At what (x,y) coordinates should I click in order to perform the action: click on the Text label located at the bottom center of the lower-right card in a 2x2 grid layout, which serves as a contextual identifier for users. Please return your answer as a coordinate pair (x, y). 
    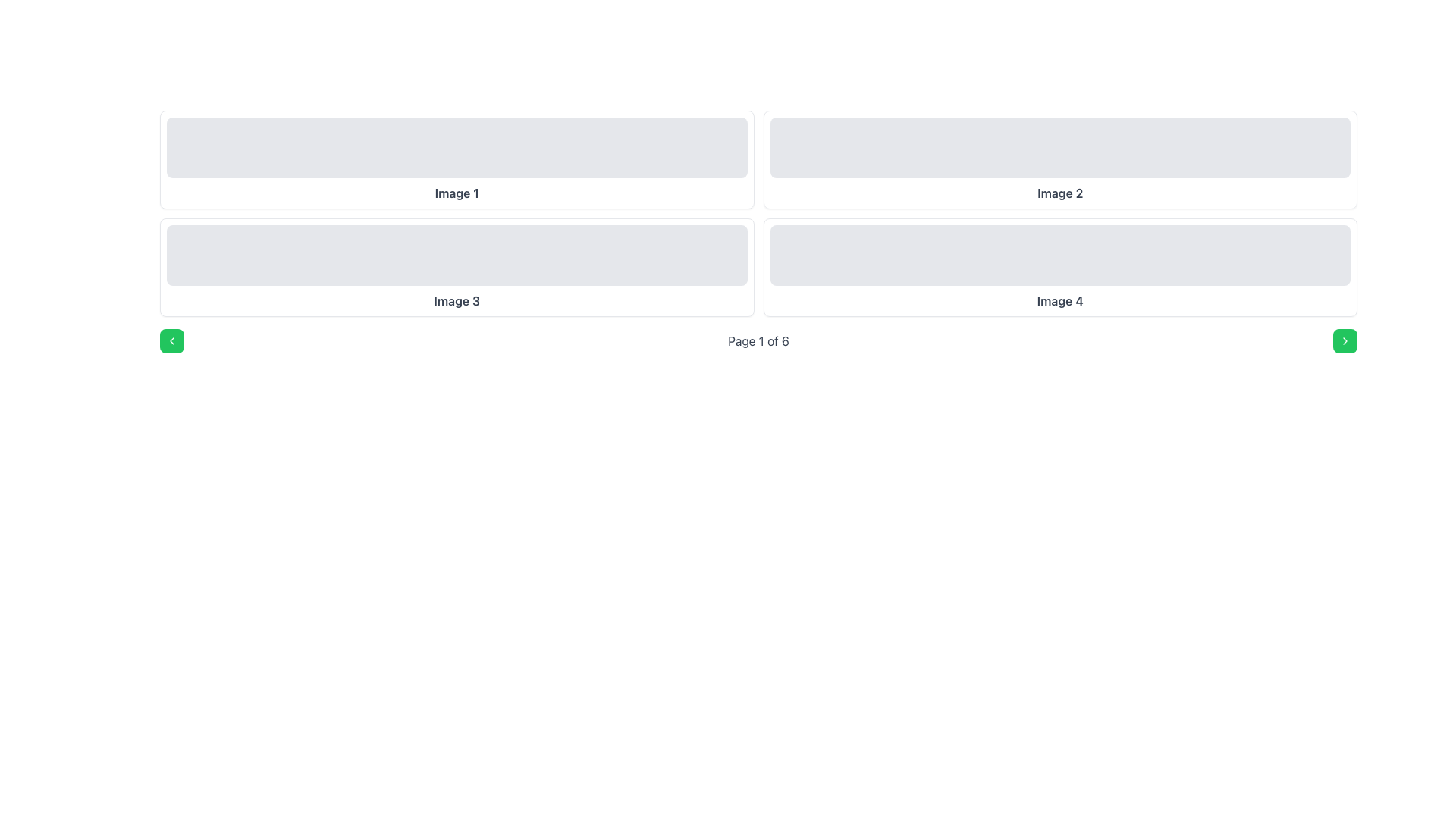
    Looking at the image, I should click on (1059, 301).